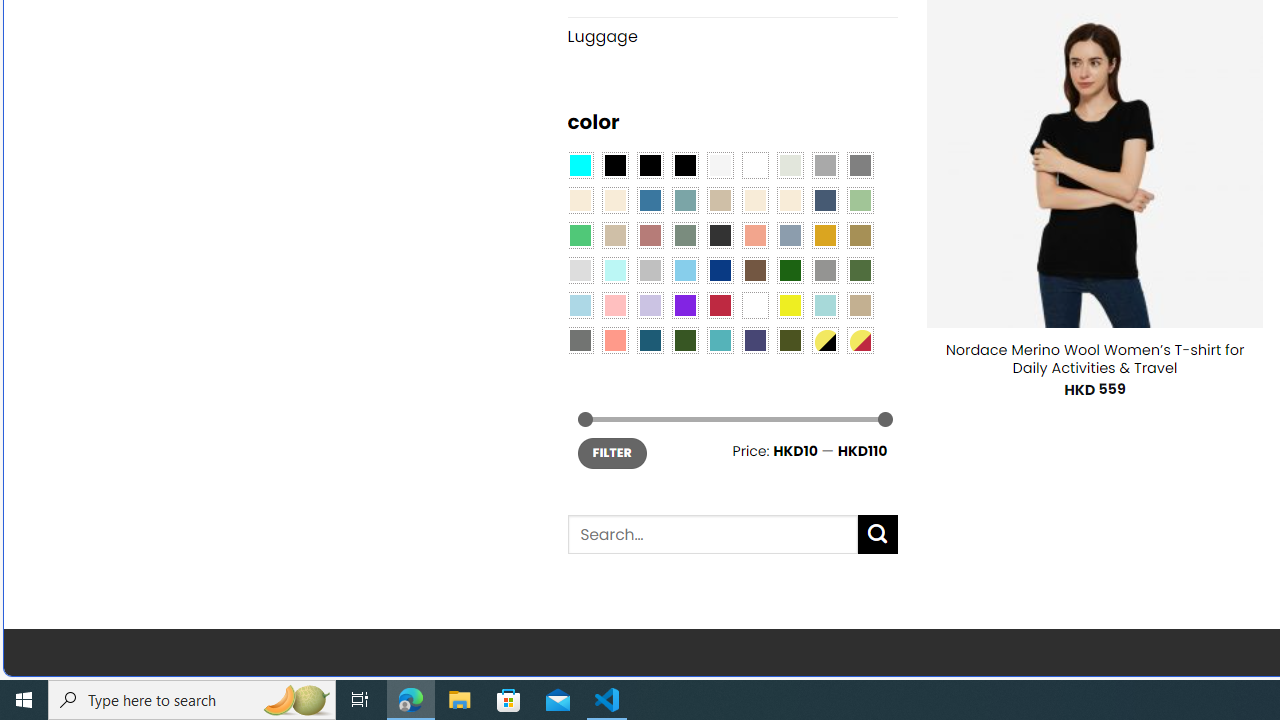  What do you see at coordinates (754, 305) in the screenshot?
I see `'White'` at bounding box center [754, 305].